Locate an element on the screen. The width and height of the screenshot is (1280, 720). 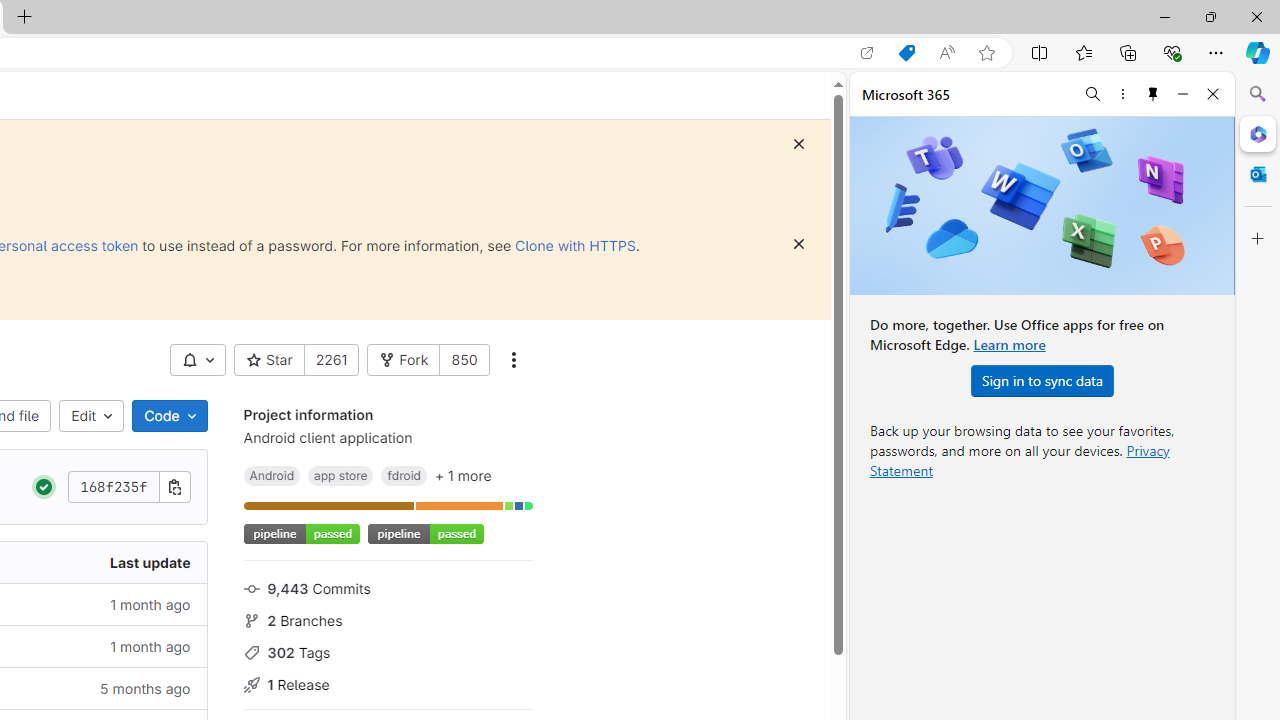
'Code' is located at coordinates (169, 415).